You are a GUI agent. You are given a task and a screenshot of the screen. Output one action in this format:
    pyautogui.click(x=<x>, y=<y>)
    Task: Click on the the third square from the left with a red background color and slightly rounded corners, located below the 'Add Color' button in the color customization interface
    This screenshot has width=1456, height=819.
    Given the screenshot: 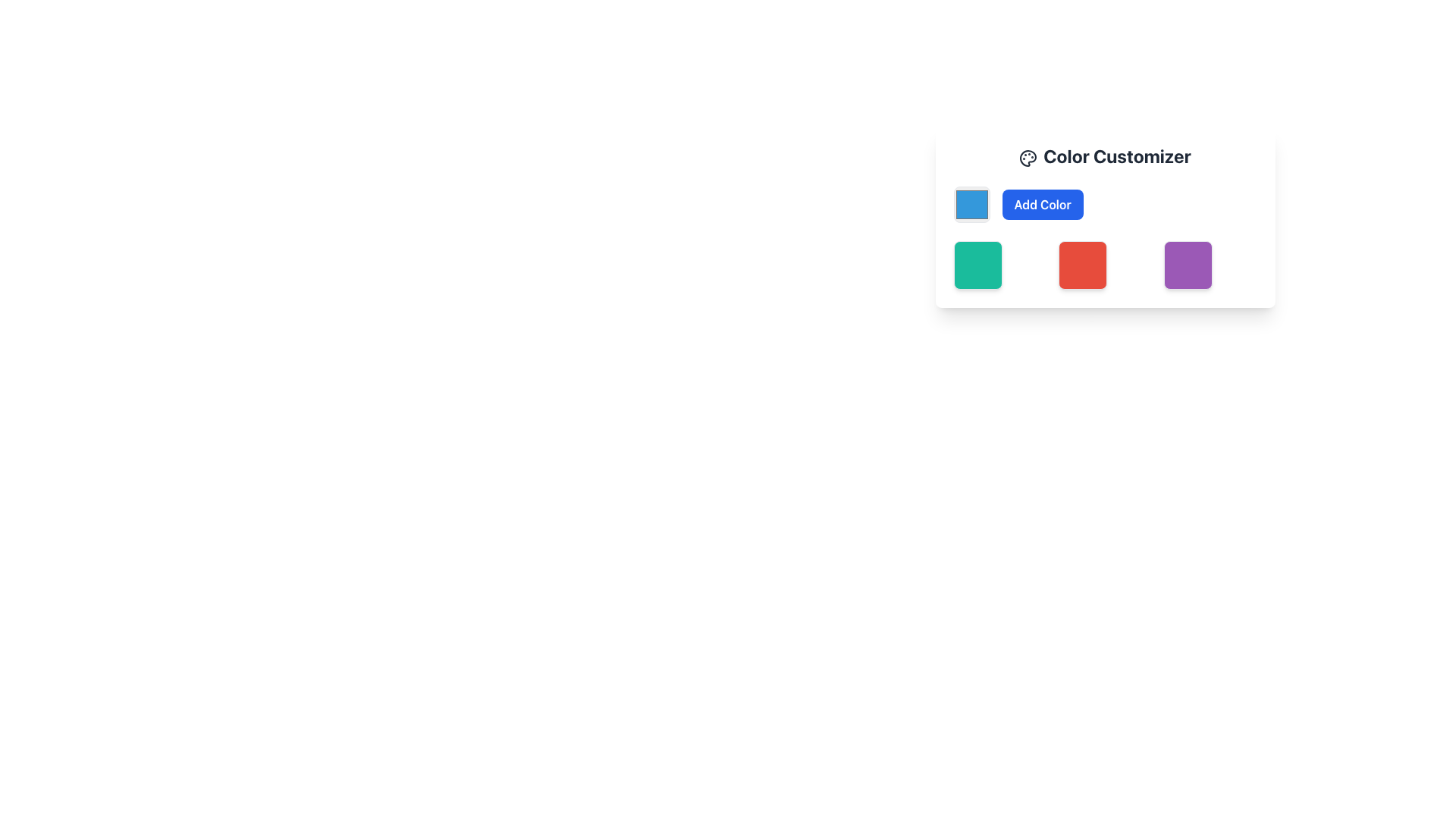 What is the action you would take?
    pyautogui.click(x=1082, y=265)
    